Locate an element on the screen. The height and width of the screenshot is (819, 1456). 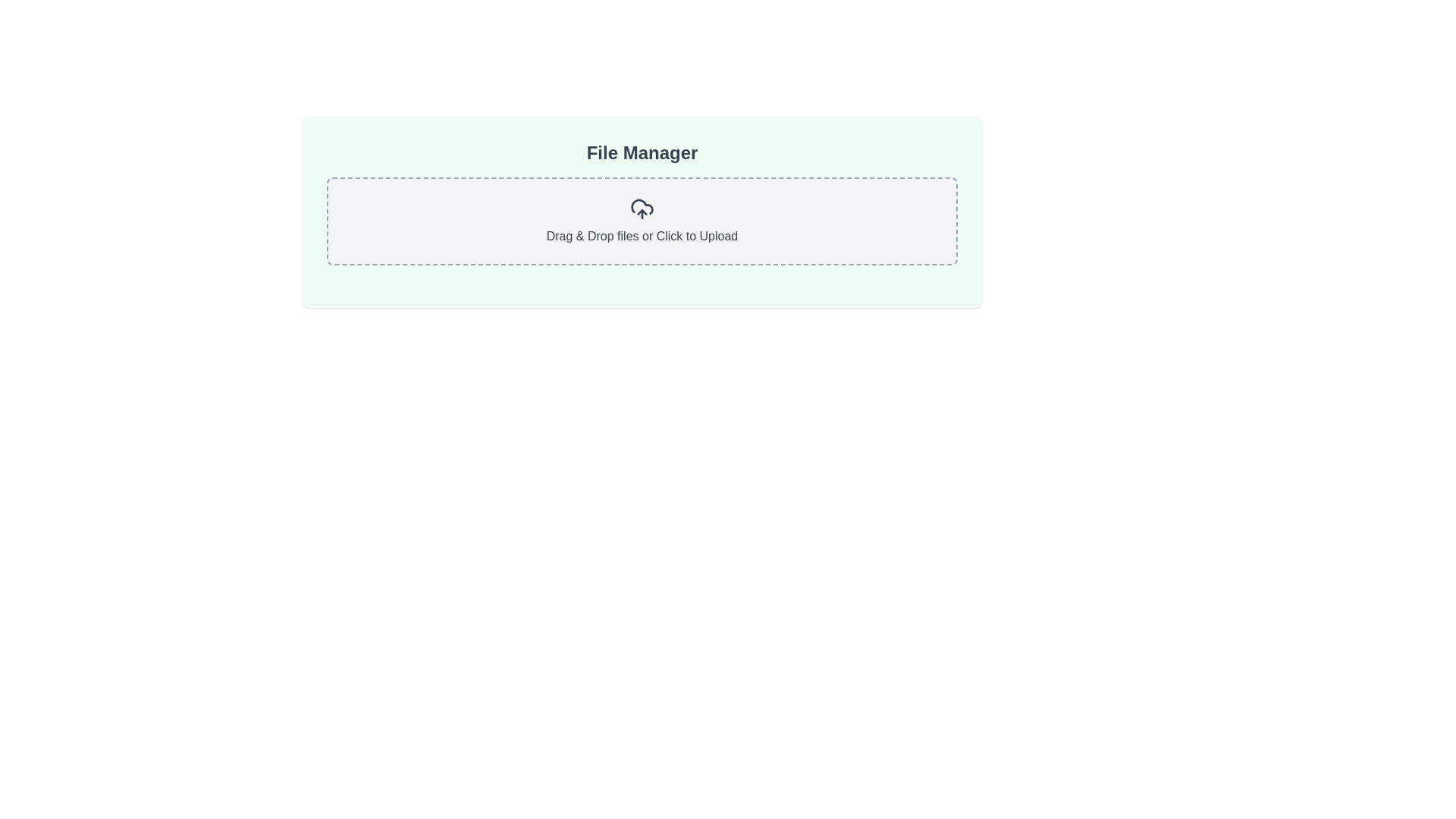
the central panel of the Drag-and-drop file upload interface that has a light green background and contains the heading 'File Manager' is located at coordinates (642, 212).